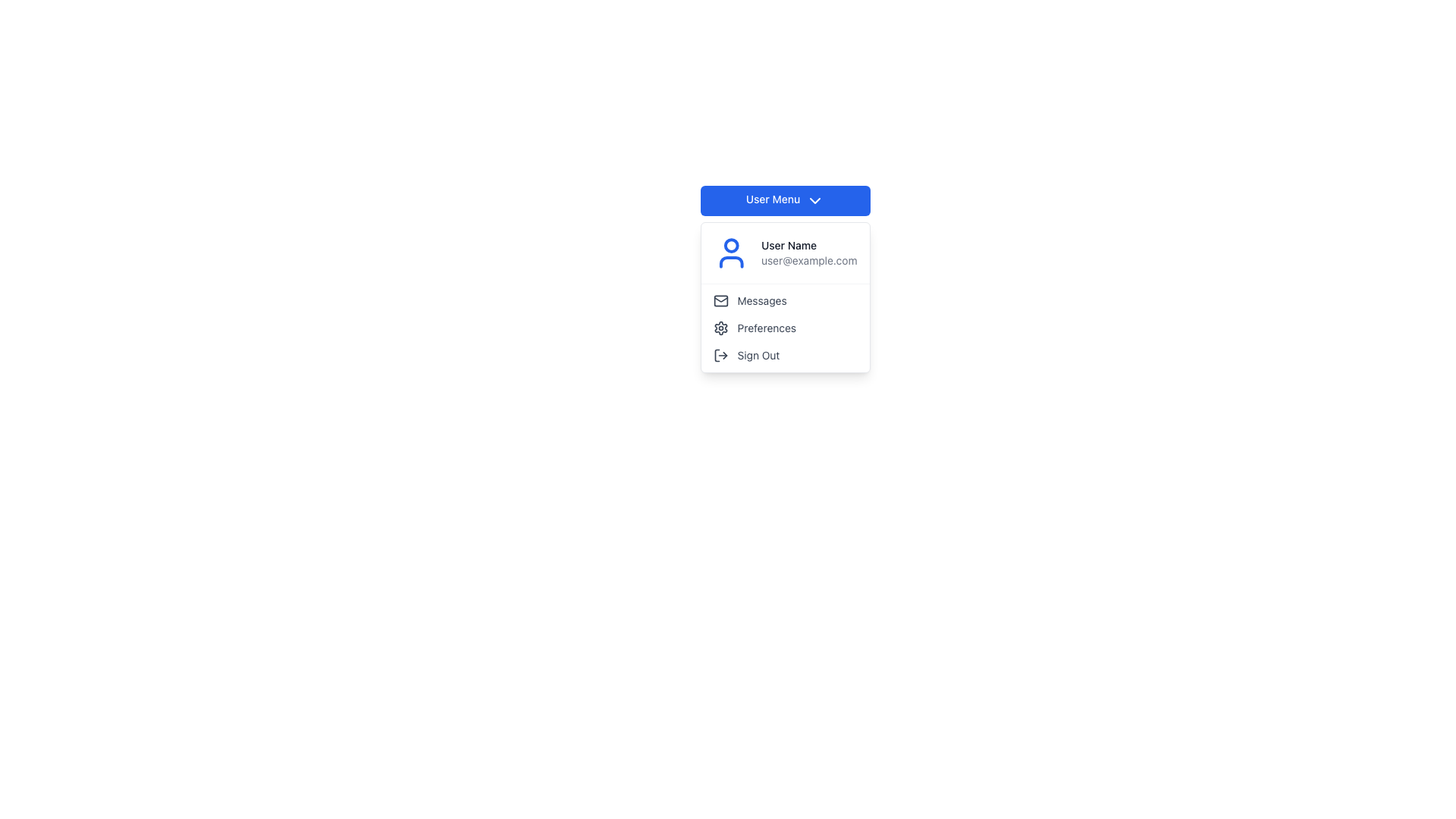 This screenshot has height=819, width=1456. I want to click on the 'Messages' menu item, so click(720, 300).